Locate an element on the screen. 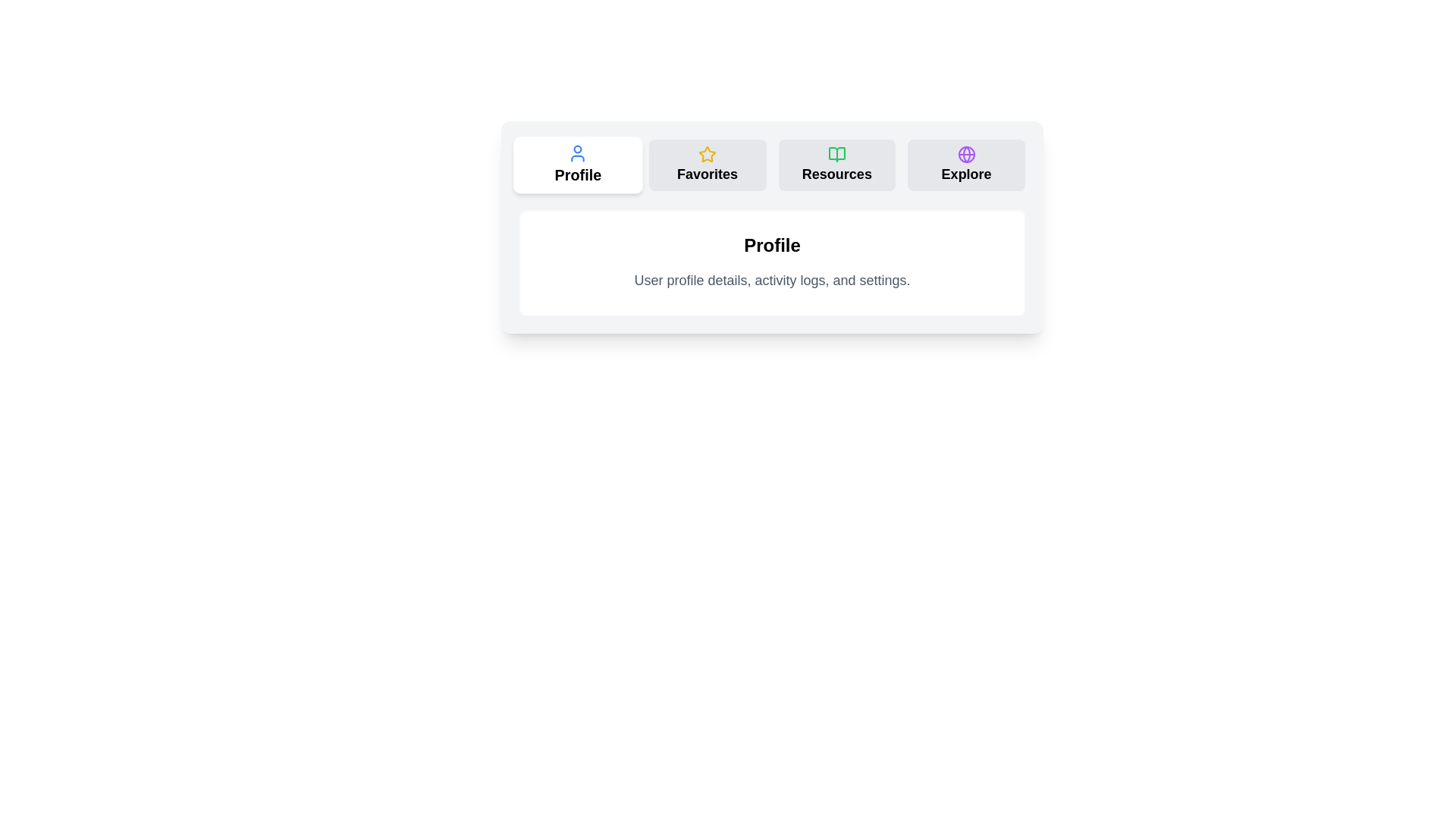 The width and height of the screenshot is (1456, 819). the tab labeled Resources is located at coordinates (836, 165).